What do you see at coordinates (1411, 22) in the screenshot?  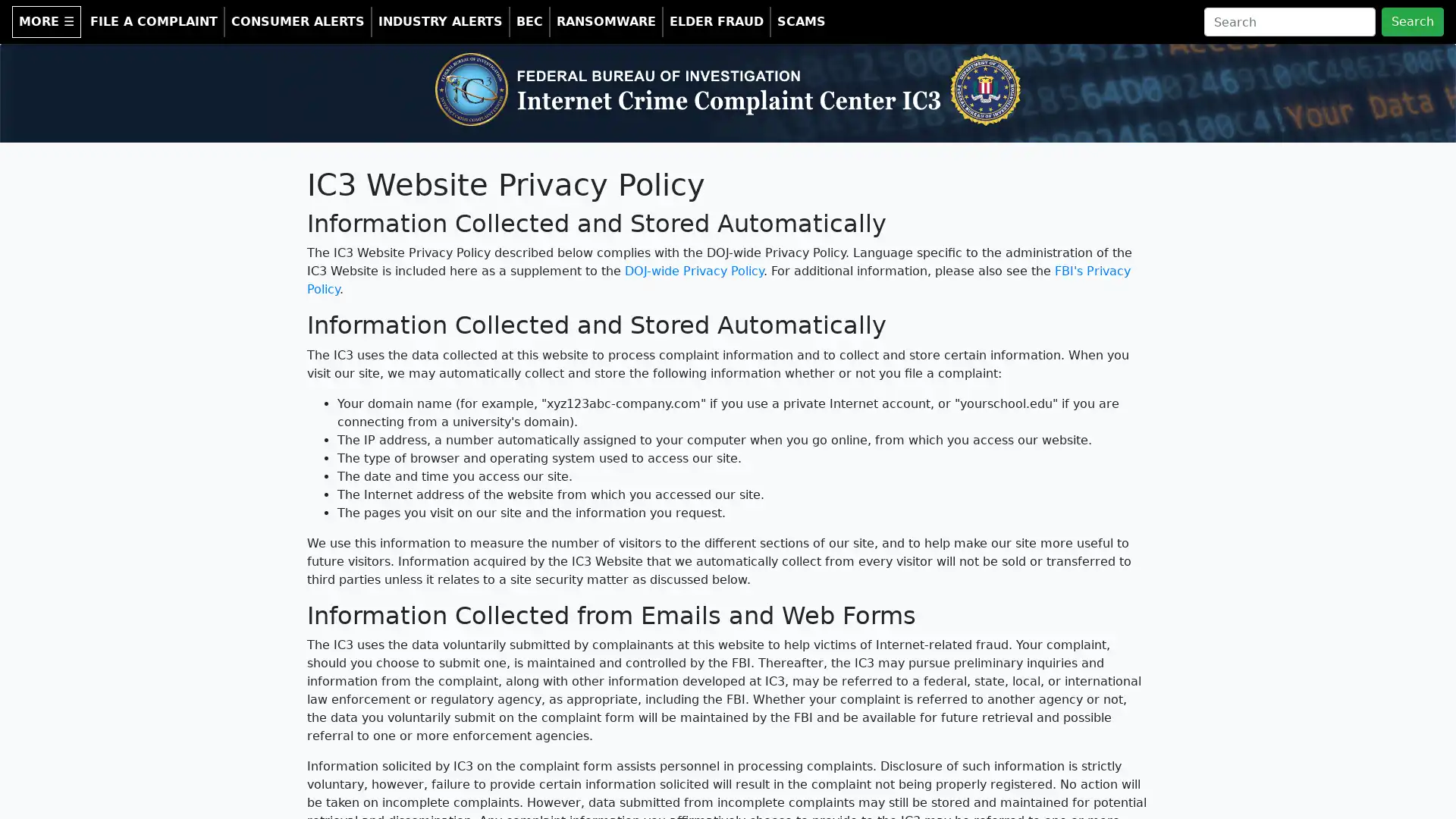 I see `Search` at bounding box center [1411, 22].